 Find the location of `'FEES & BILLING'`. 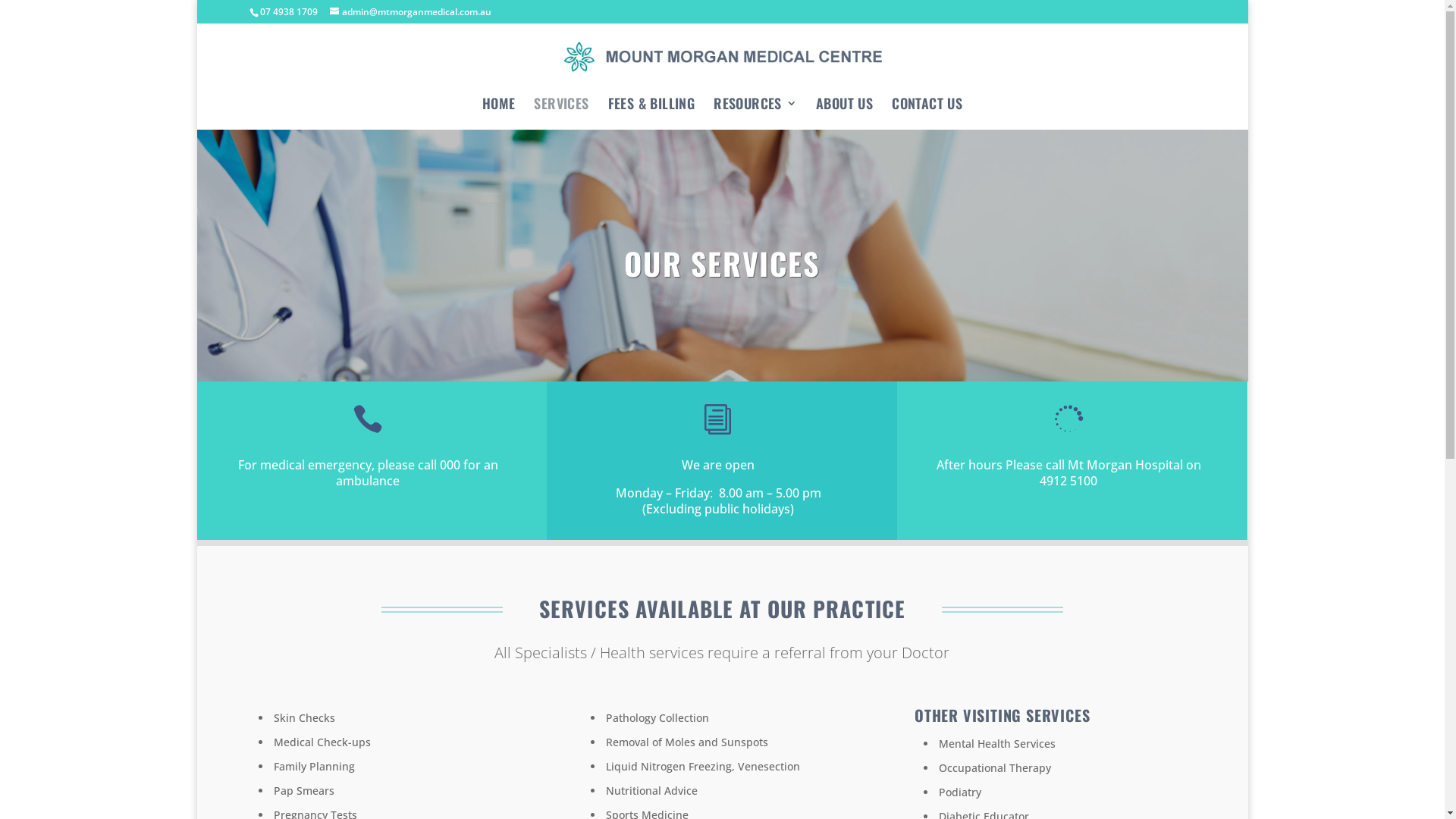

'FEES & BILLING' is located at coordinates (651, 108).